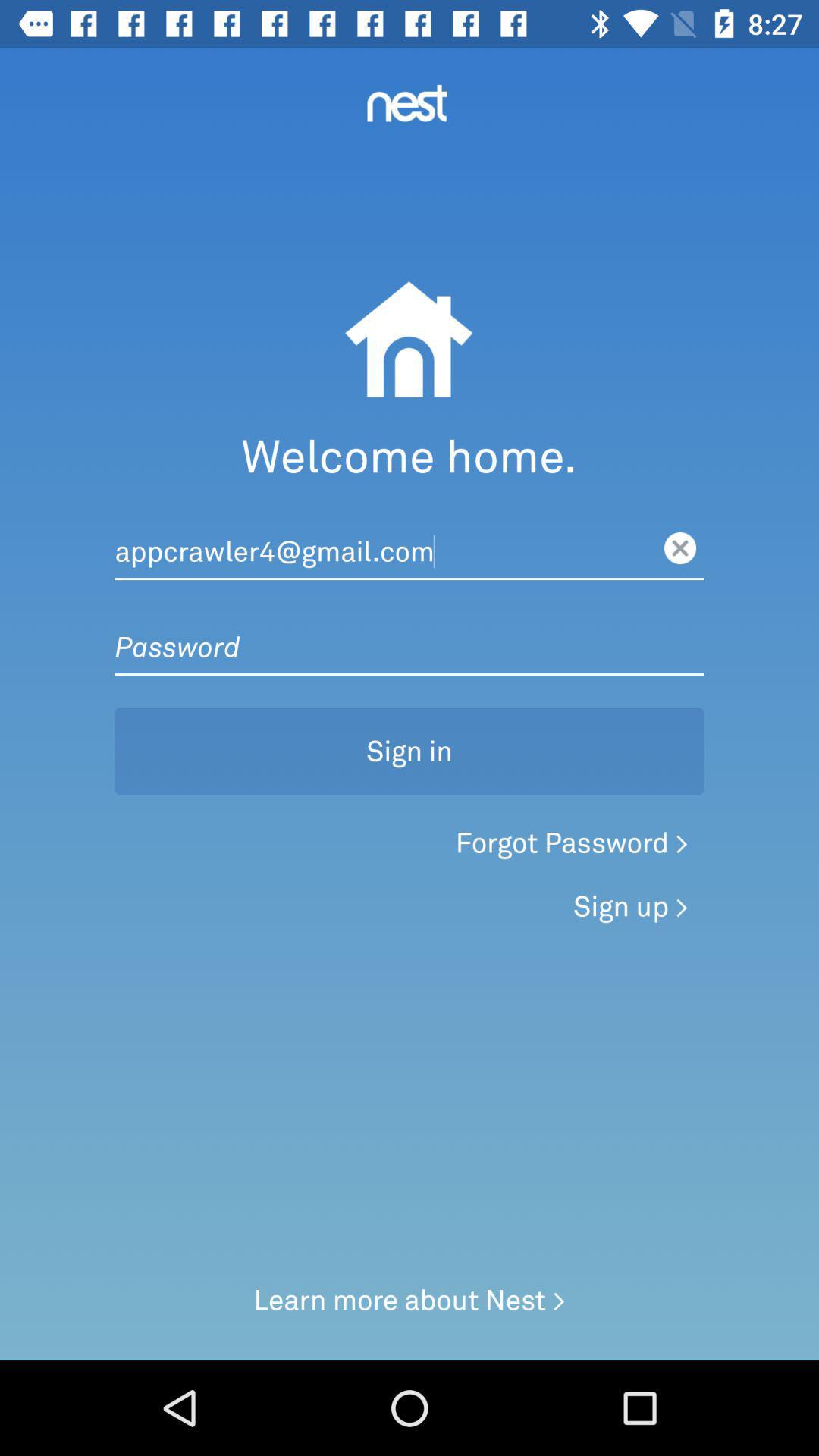  What do you see at coordinates (408, 458) in the screenshot?
I see `welcome home` at bounding box center [408, 458].